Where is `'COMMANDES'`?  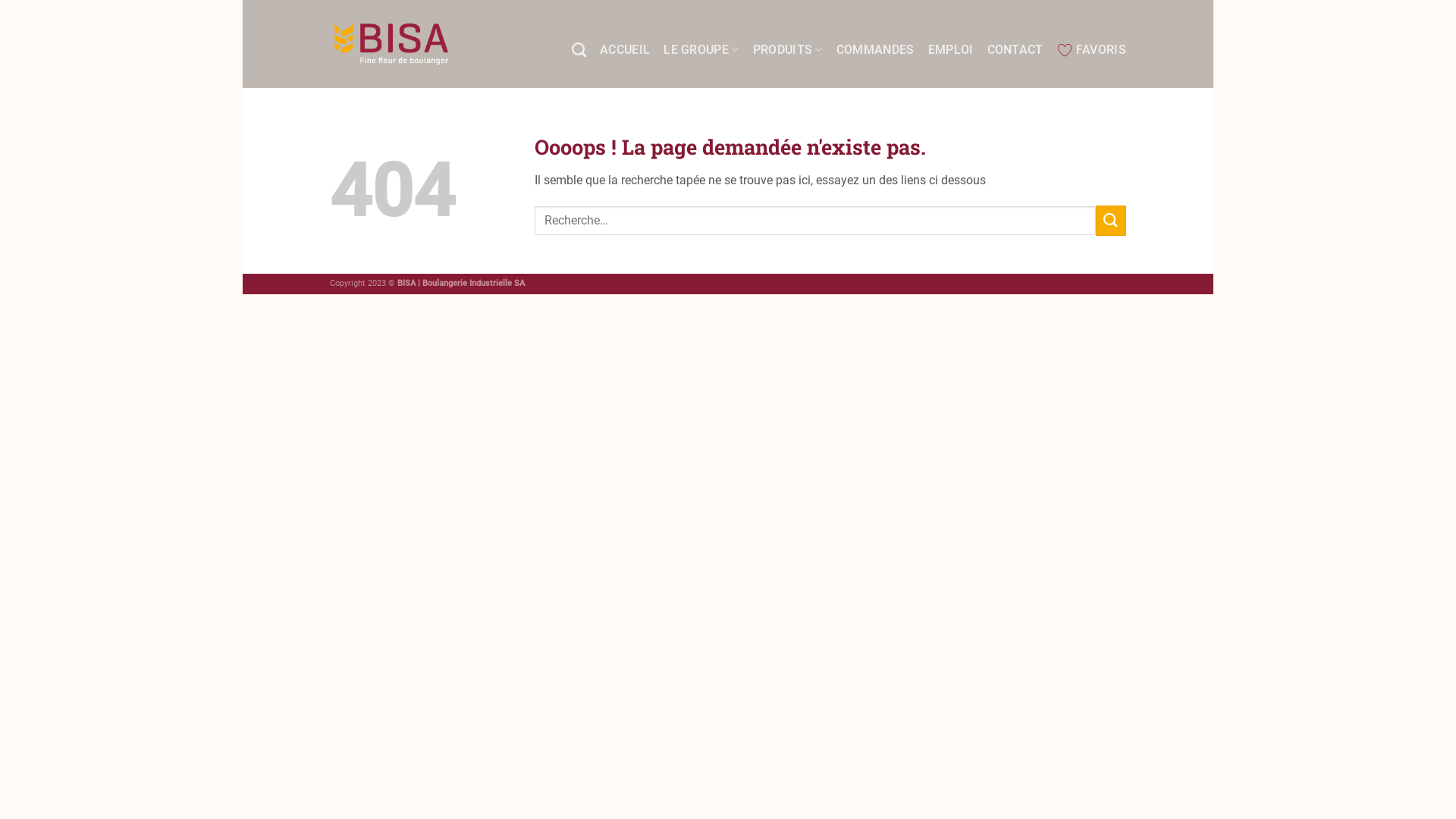 'COMMANDES' is located at coordinates (875, 49).